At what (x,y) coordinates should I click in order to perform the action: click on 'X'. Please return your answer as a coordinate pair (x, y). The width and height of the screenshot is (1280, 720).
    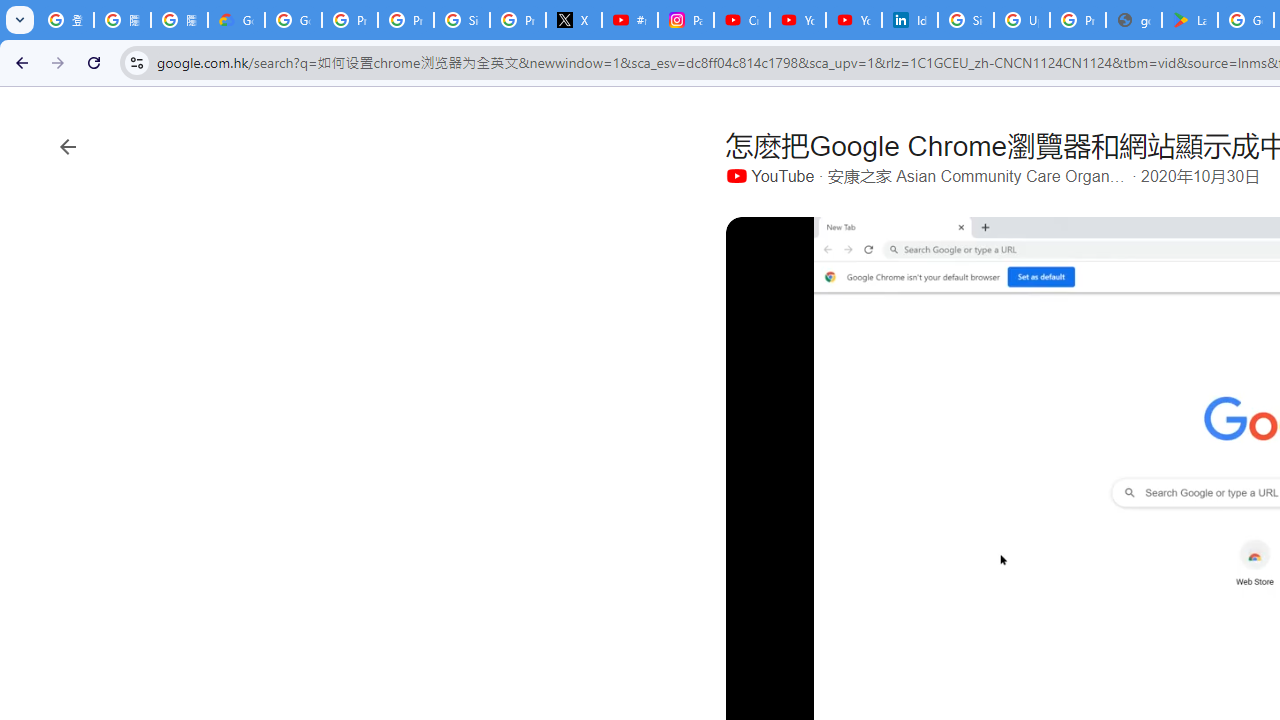
    Looking at the image, I should click on (573, 20).